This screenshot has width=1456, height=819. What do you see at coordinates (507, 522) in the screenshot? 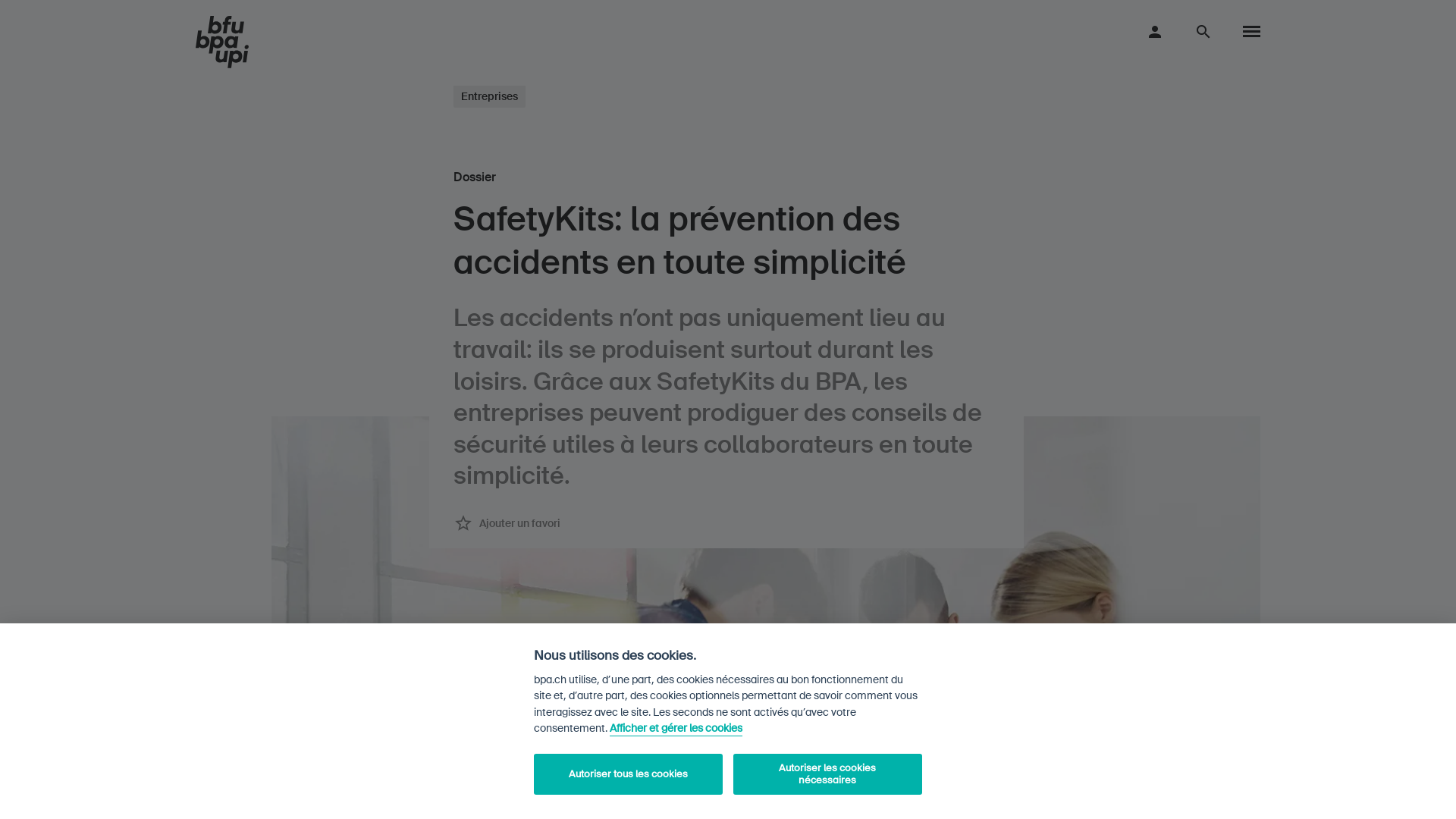
I see `'star_border` at bounding box center [507, 522].